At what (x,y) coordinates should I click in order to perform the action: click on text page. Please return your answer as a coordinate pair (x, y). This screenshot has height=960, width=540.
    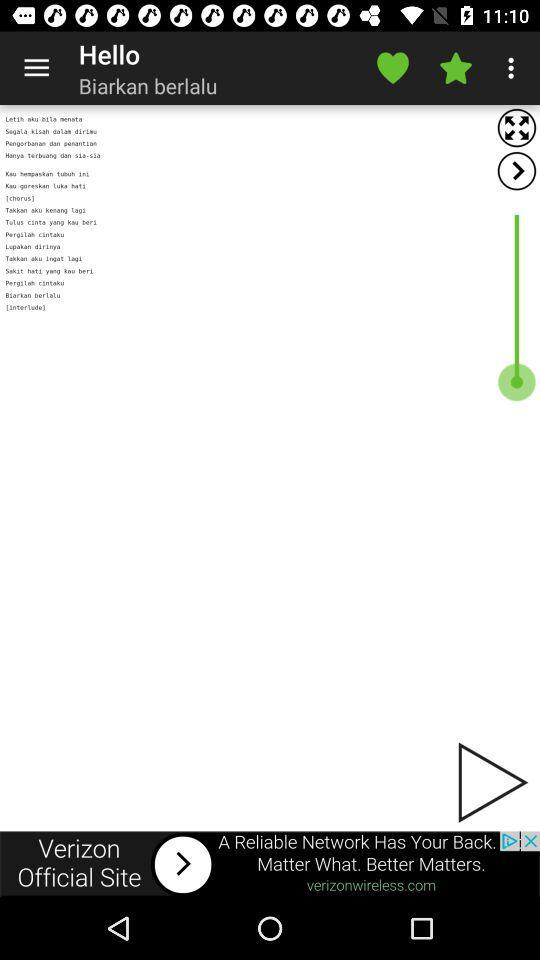
    Looking at the image, I should click on (270, 468).